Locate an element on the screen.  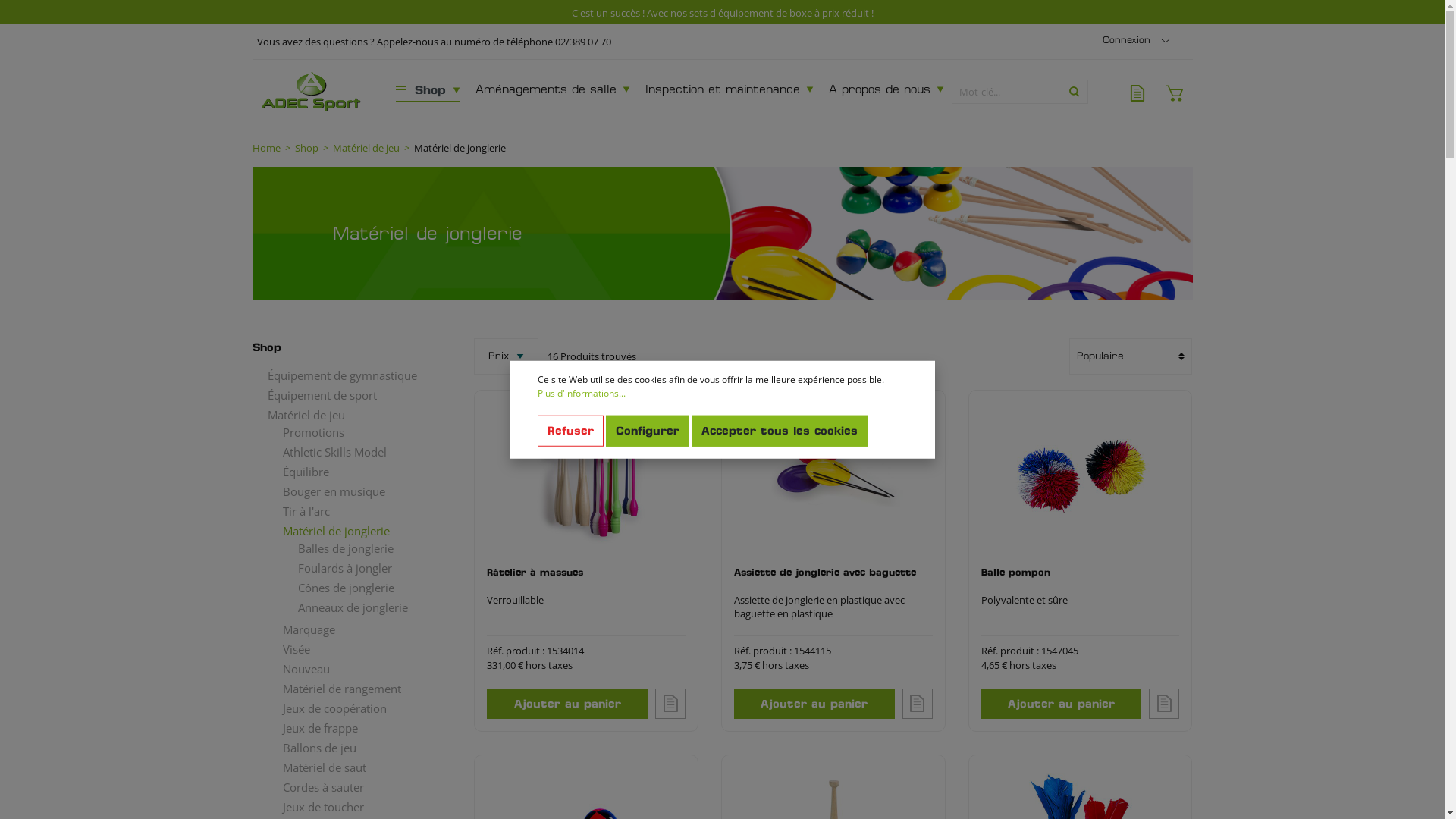
'Configurer' is located at coordinates (604, 431).